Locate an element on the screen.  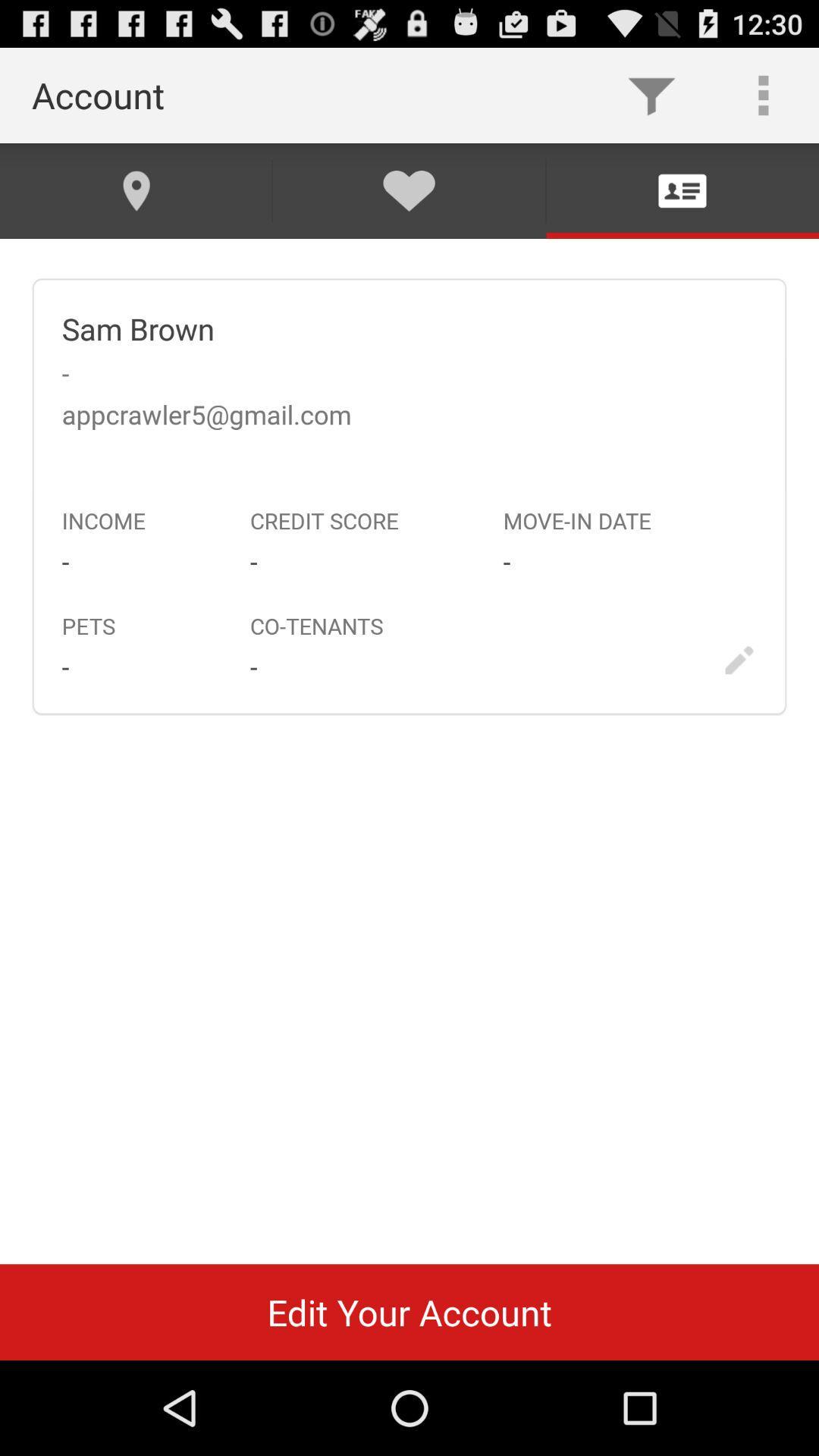
the item below the - item is located at coordinates (409, 1311).